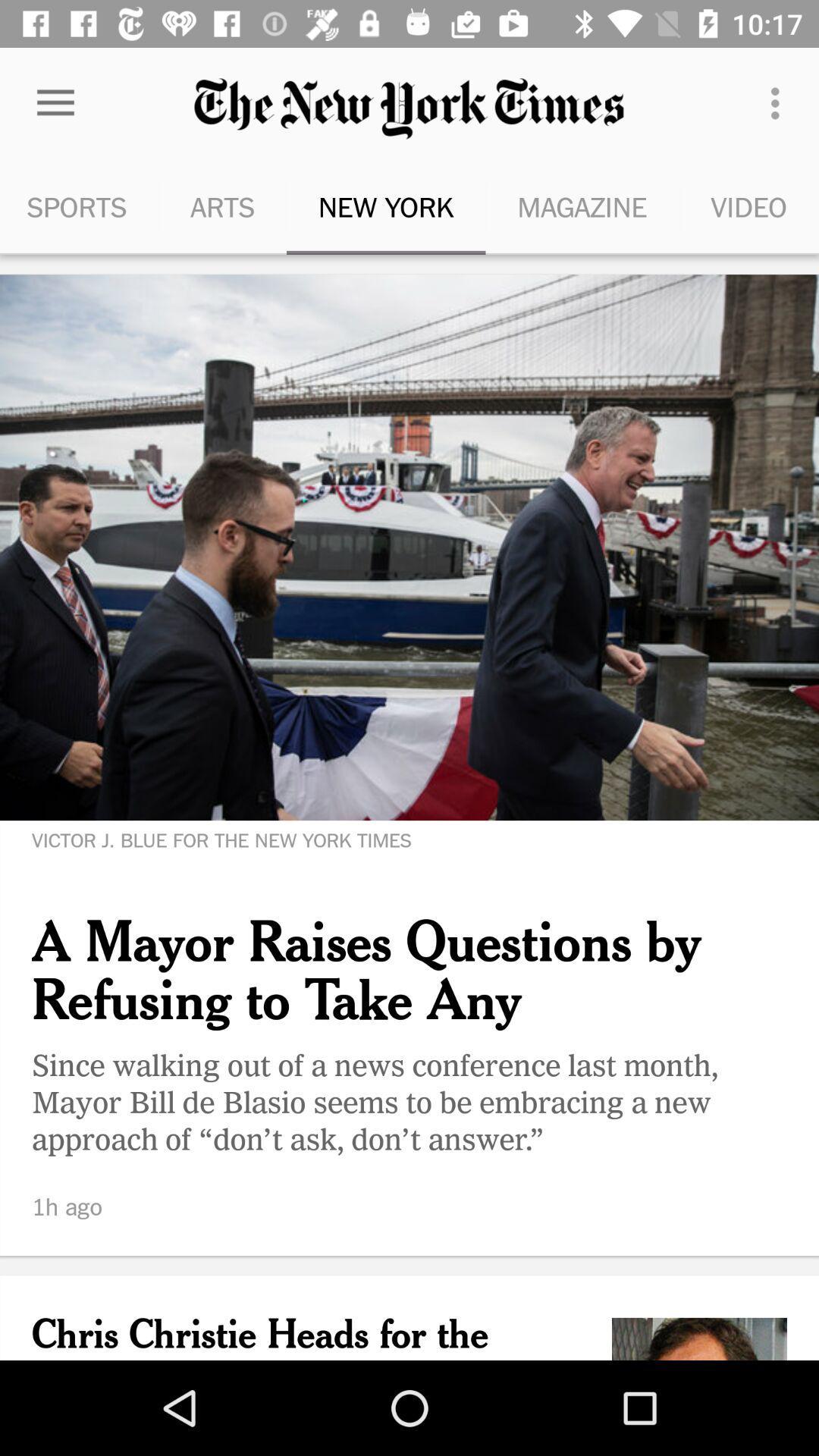 This screenshot has width=819, height=1456. Describe the element at coordinates (55, 102) in the screenshot. I see `the item next to the arts` at that location.